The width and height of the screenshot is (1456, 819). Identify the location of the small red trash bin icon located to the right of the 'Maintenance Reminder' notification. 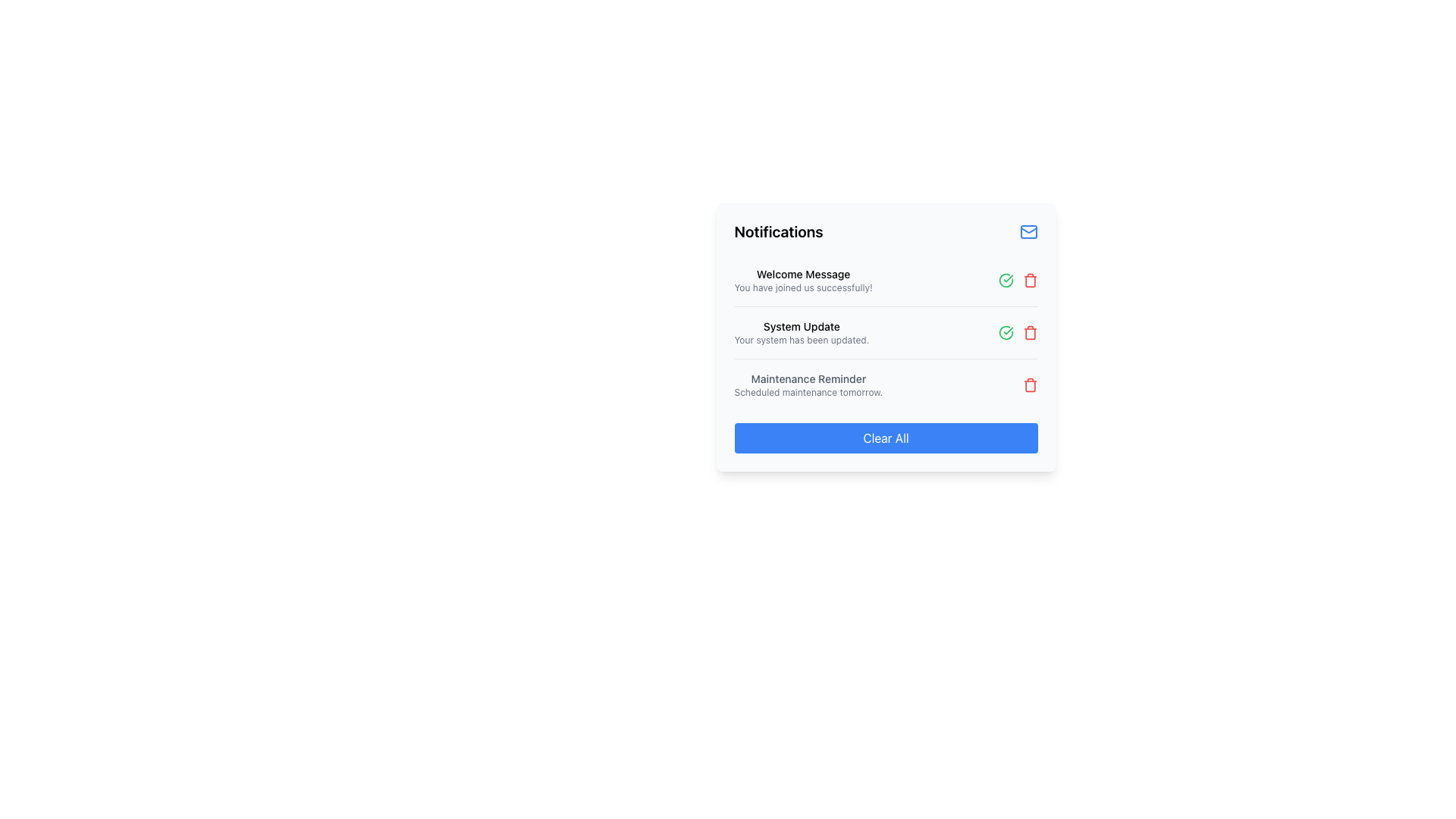
(1030, 384).